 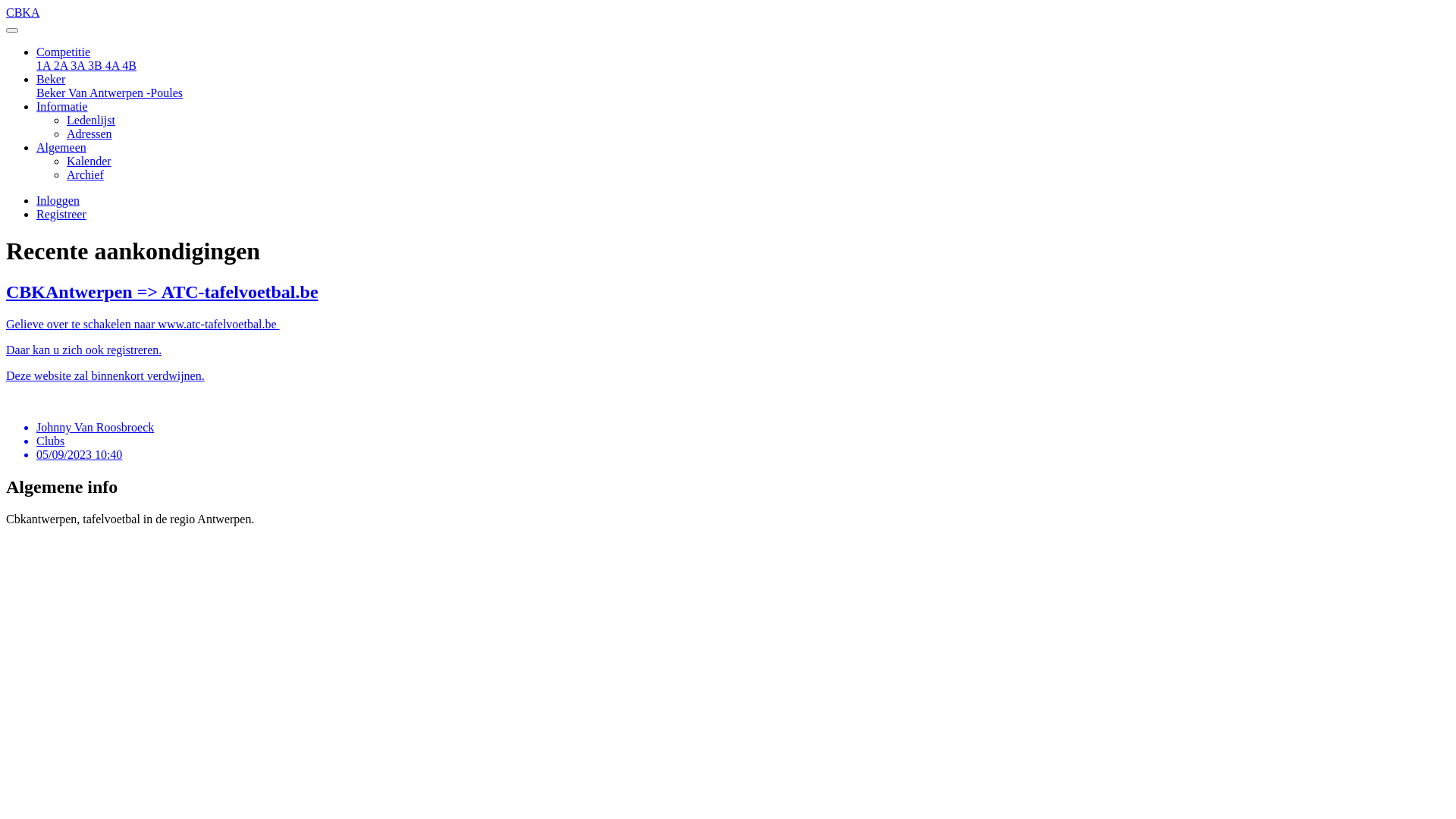 What do you see at coordinates (61, 214) in the screenshot?
I see `'Registreer'` at bounding box center [61, 214].